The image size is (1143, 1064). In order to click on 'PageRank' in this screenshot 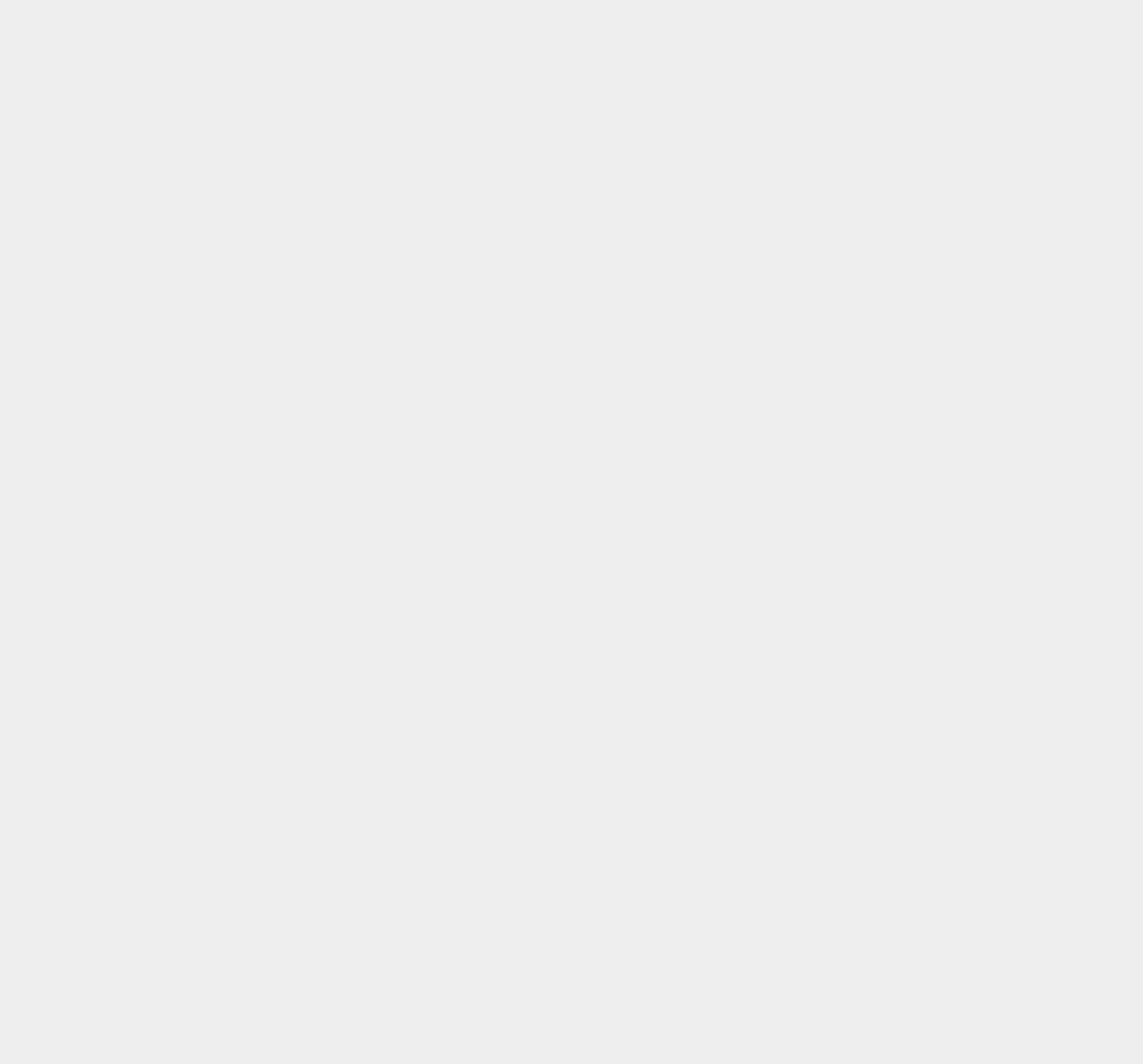, I will do `click(839, 24)`.